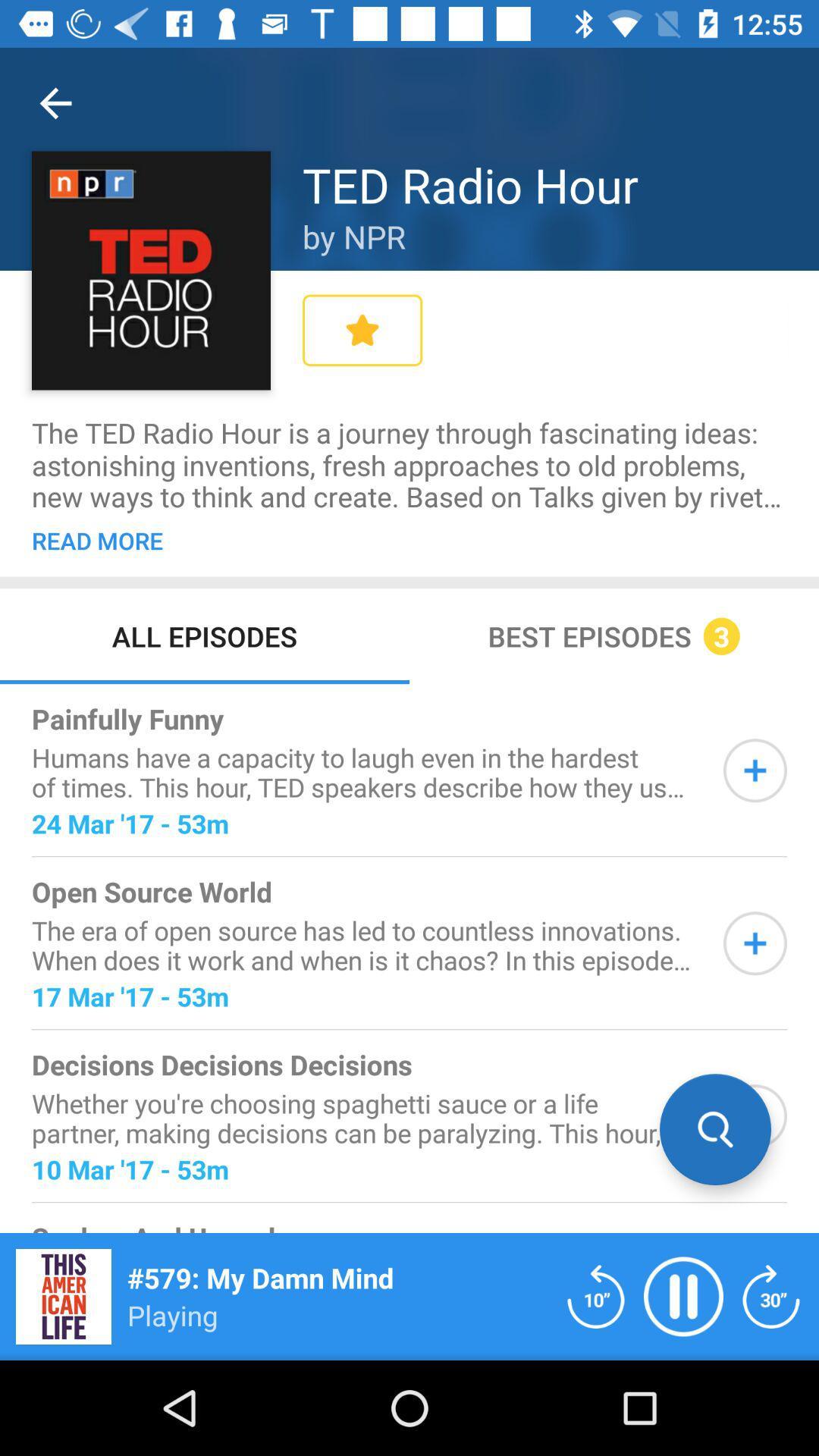 This screenshot has height=1456, width=819. Describe the element at coordinates (715, 1129) in the screenshot. I see `the search icon` at that location.